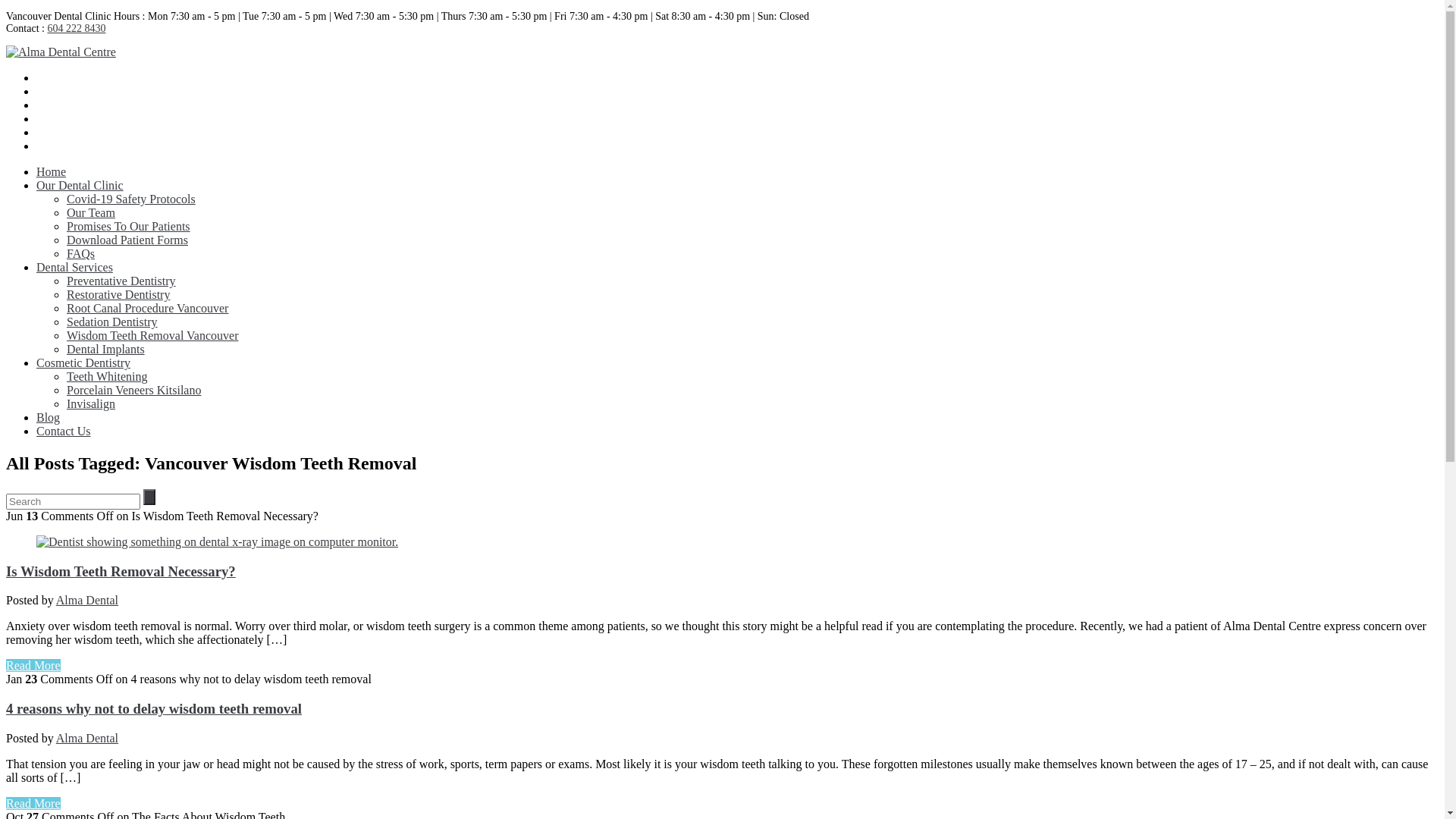  What do you see at coordinates (106, 375) in the screenshot?
I see `'Teeth Whitening'` at bounding box center [106, 375].